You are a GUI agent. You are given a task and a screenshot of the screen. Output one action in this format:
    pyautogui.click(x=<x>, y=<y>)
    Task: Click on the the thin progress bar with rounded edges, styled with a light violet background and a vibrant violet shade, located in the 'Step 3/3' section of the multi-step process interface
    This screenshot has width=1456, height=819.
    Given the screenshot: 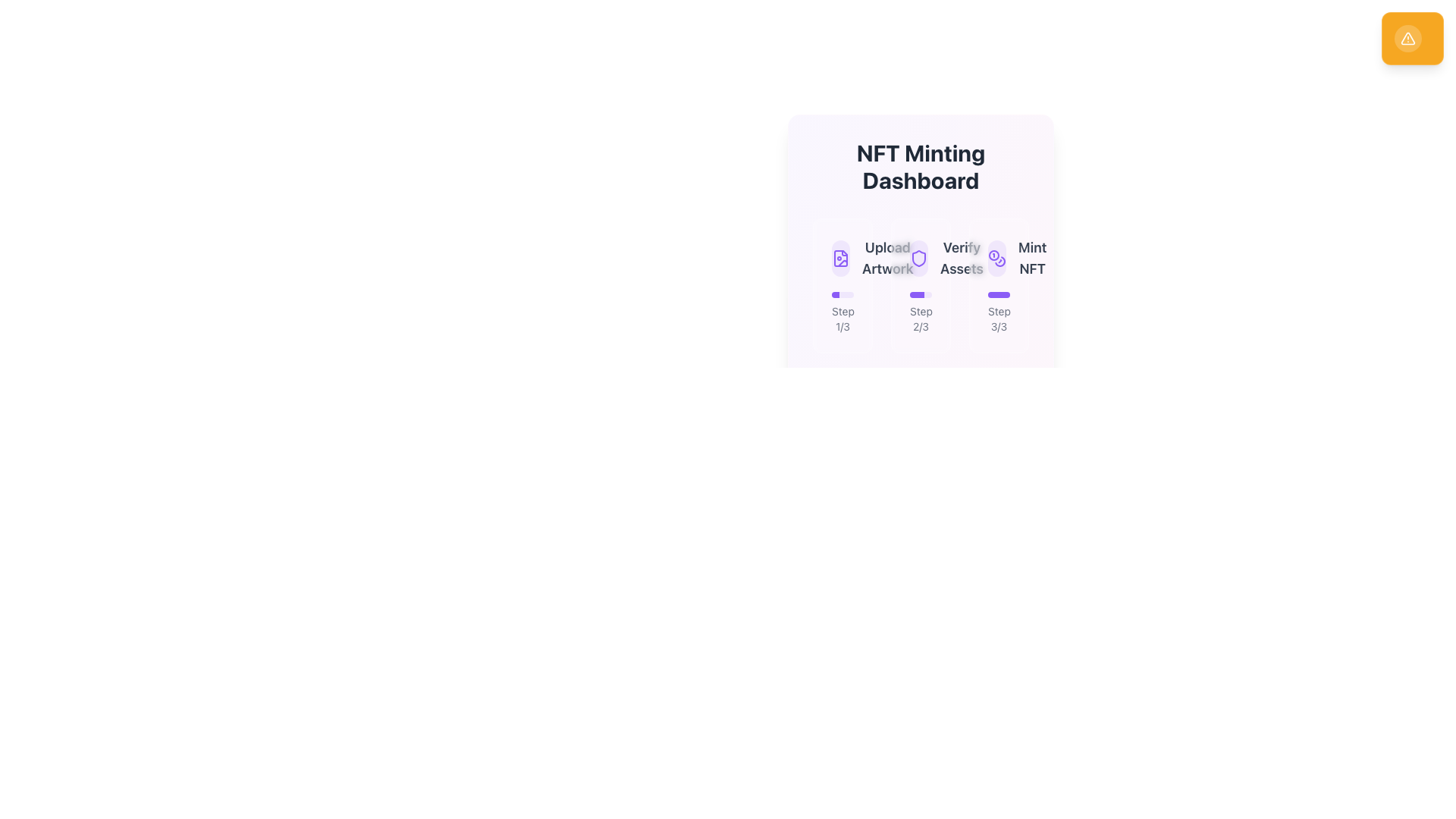 What is the action you would take?
    pyautogui.click(x=999, y=295)
    